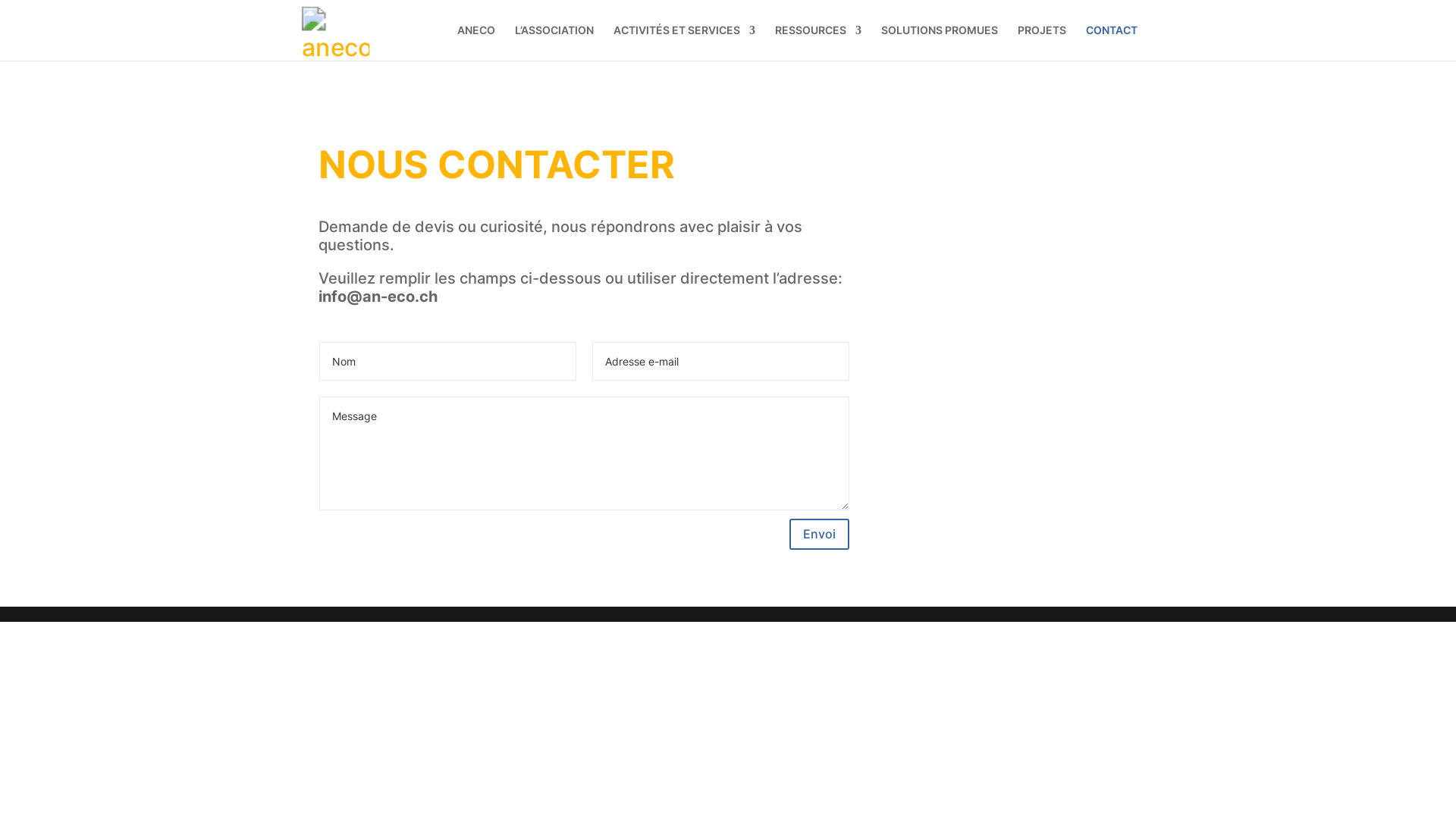 The width and height of the screenshot is (1456, 819). Describe the element at coordinates (1040, 42) in the screenshot. I see `'PROJETS'` at that location.